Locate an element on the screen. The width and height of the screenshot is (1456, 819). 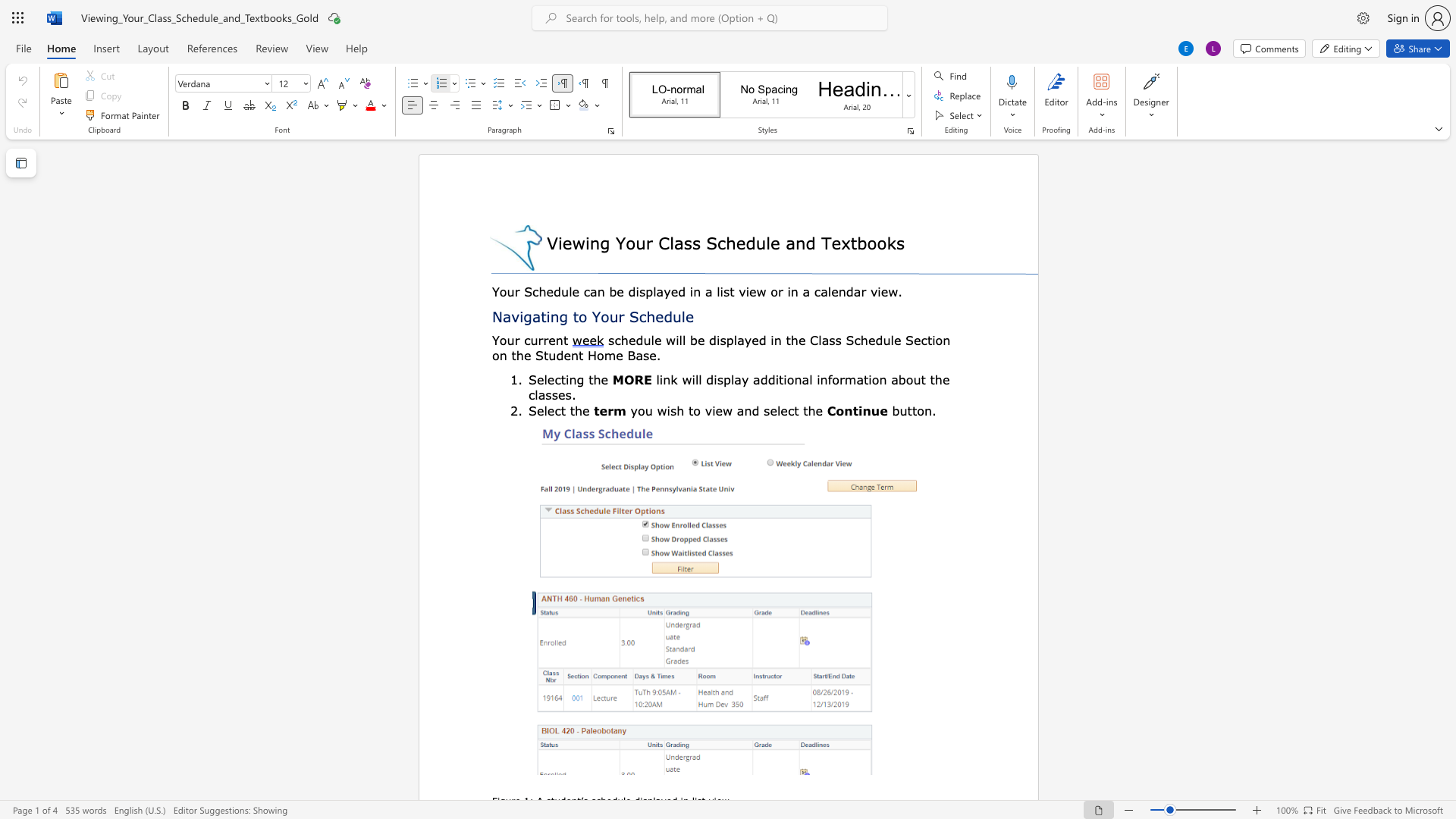
the 1th character "c" in the text is located at coordinates (642, 315).